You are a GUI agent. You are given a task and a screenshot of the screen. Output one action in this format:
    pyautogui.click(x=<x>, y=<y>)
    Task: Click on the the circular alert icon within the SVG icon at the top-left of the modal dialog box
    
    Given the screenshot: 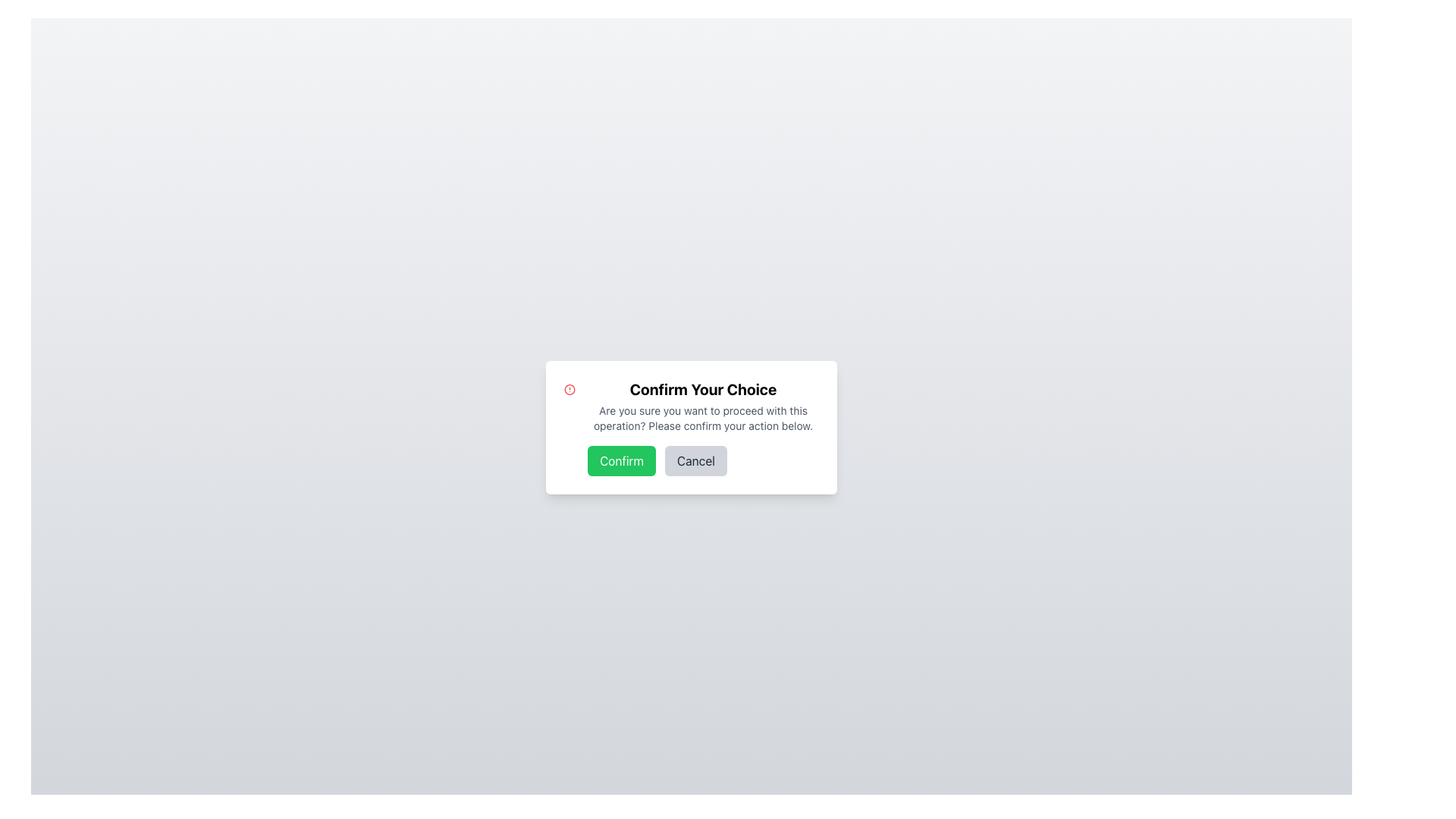 What is the action you would take?
    pyautogui.click(x=569, y=388)
    